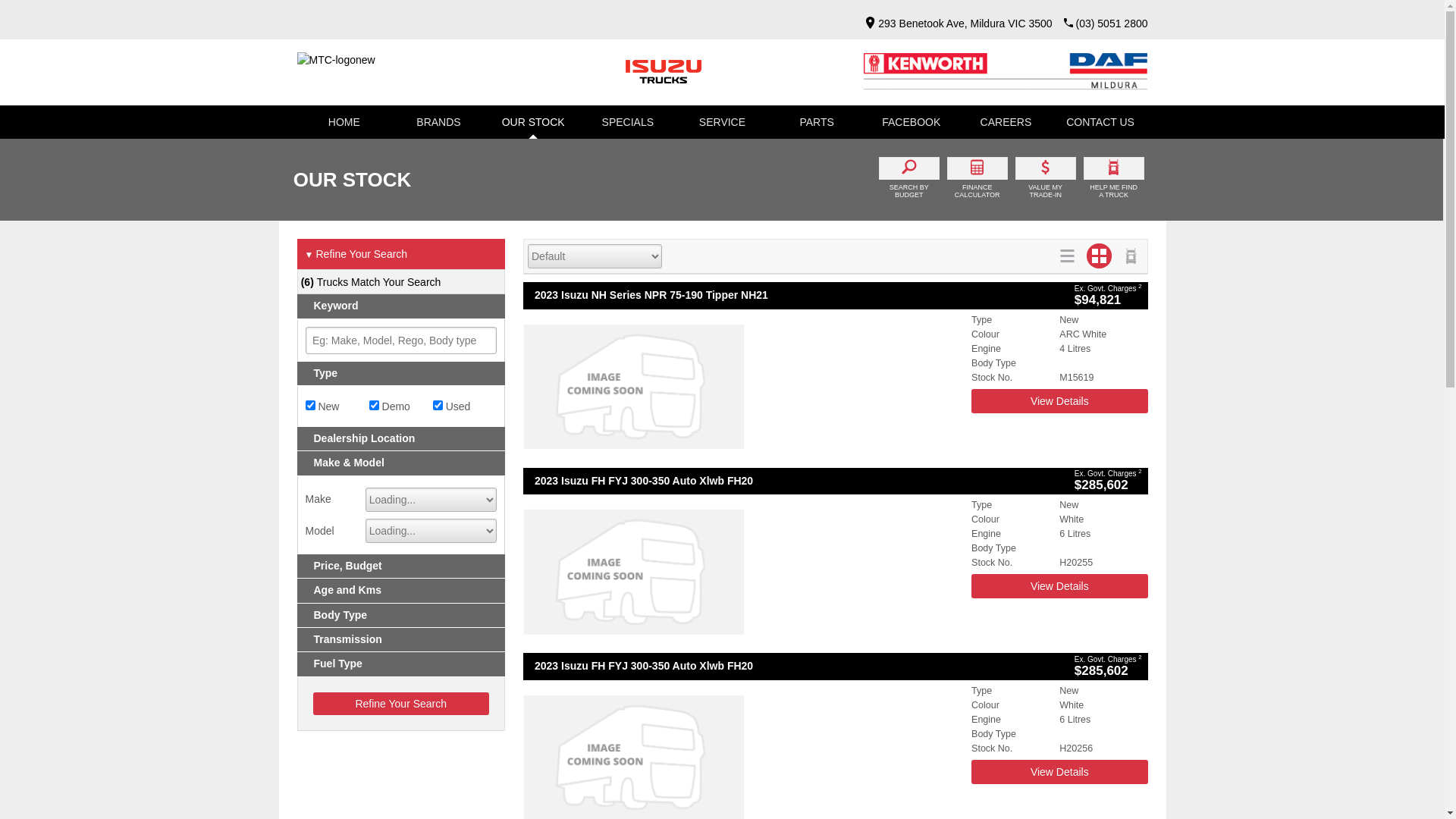 The width and height of the screenshot is (1456, 819). What do you see at coordinates (438, 121) in the screenshot?
I see `'BRANDS'` at bounding box center [438, 121].